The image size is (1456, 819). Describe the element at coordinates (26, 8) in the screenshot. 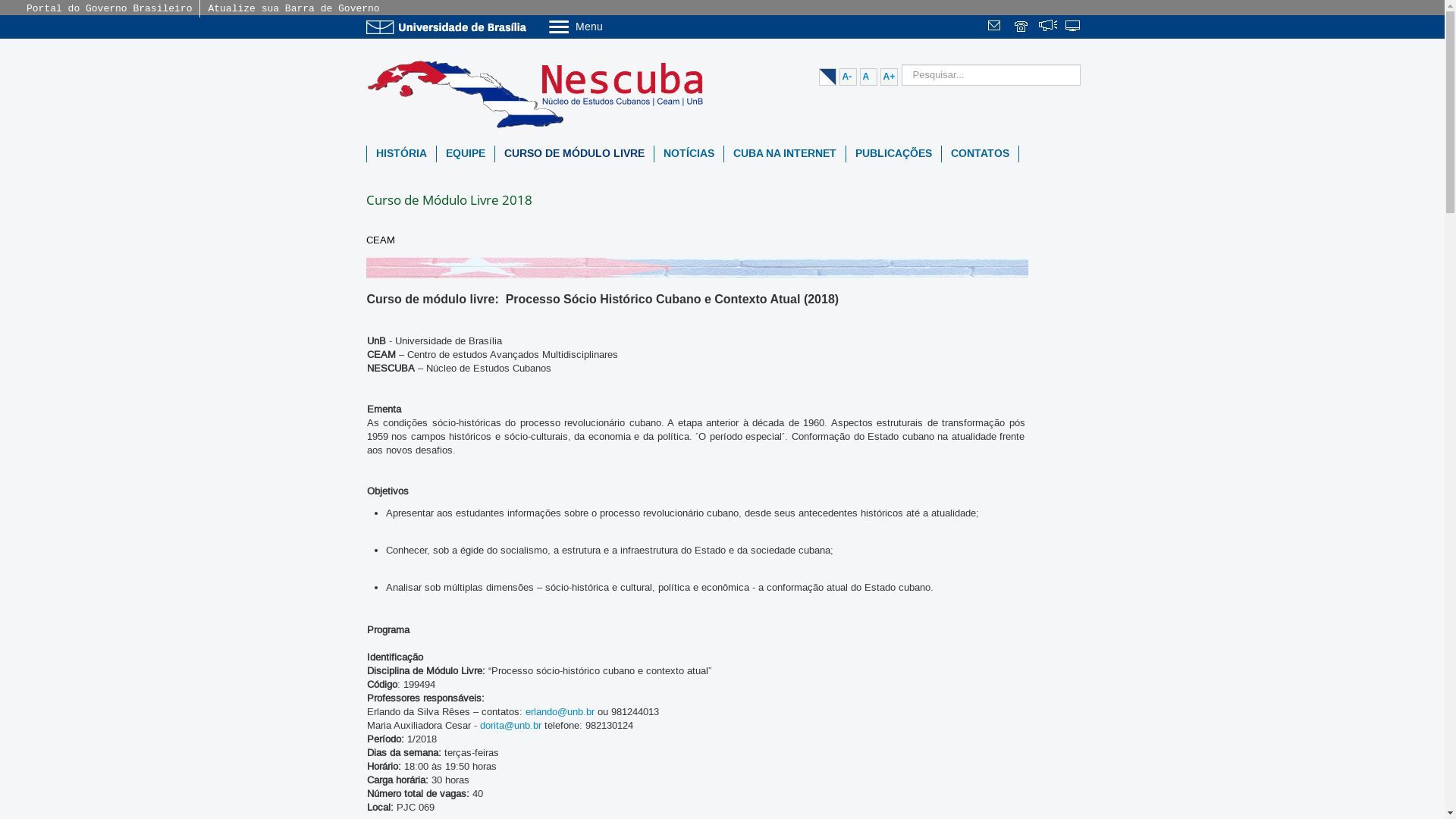

I see `'Portal do Governo Brasileiro'` at that location.